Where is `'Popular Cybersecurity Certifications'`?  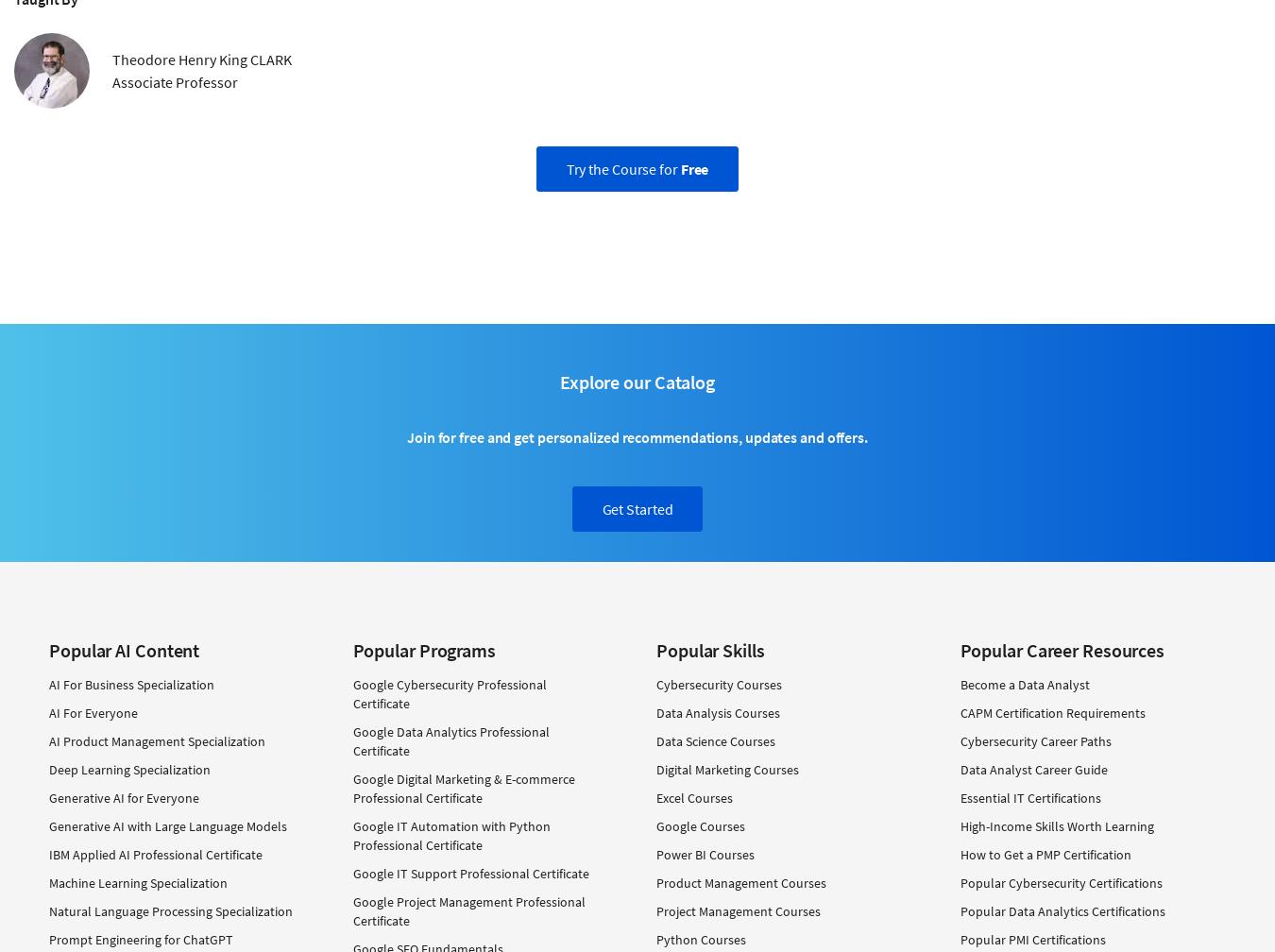
'Popular Cybersecurity Certifications' is located at coordinates (1061, 882).